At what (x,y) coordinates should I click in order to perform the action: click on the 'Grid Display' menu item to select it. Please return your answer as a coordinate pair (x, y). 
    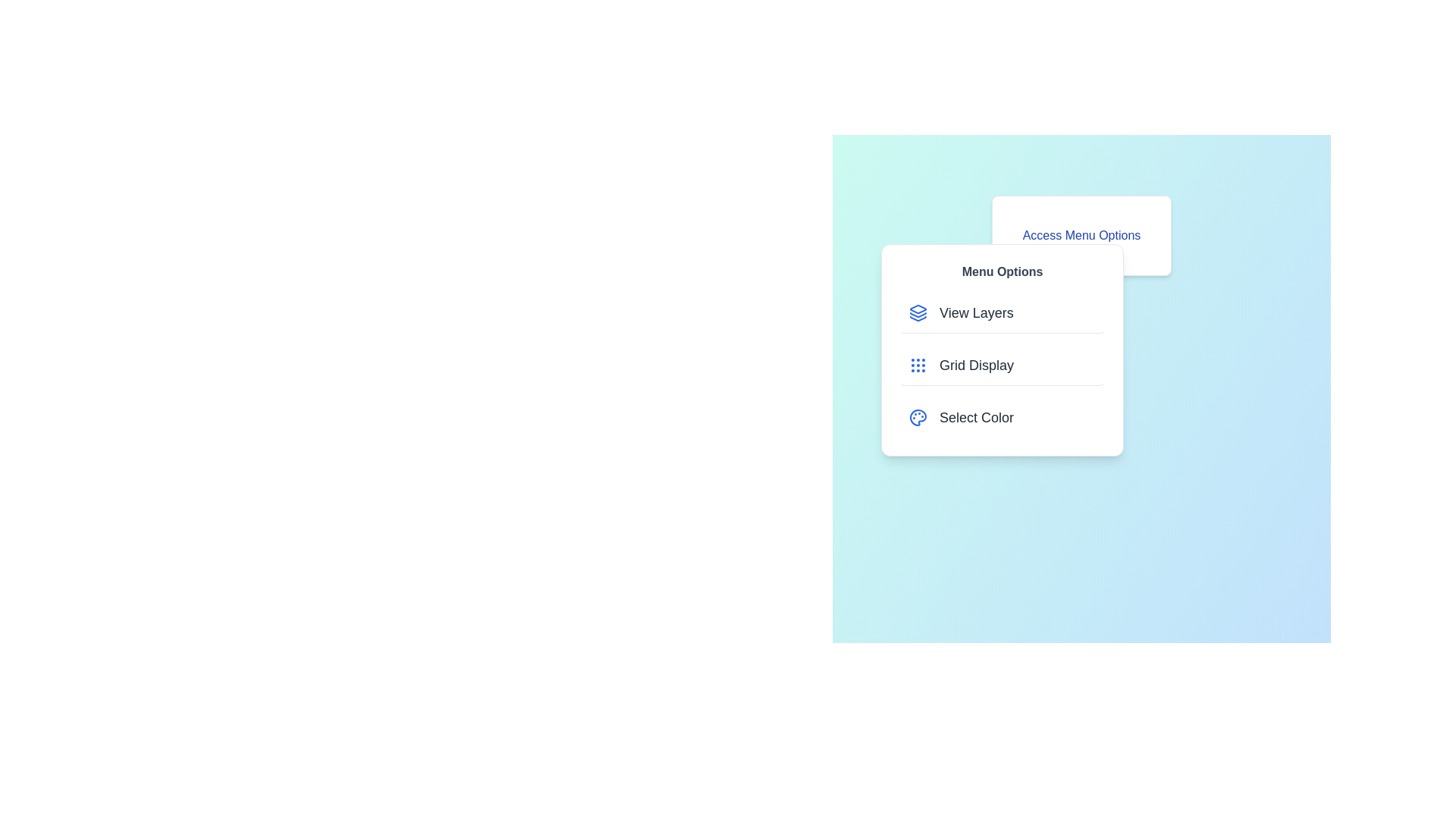
    Looking at the image, I should click on (1002, 366).